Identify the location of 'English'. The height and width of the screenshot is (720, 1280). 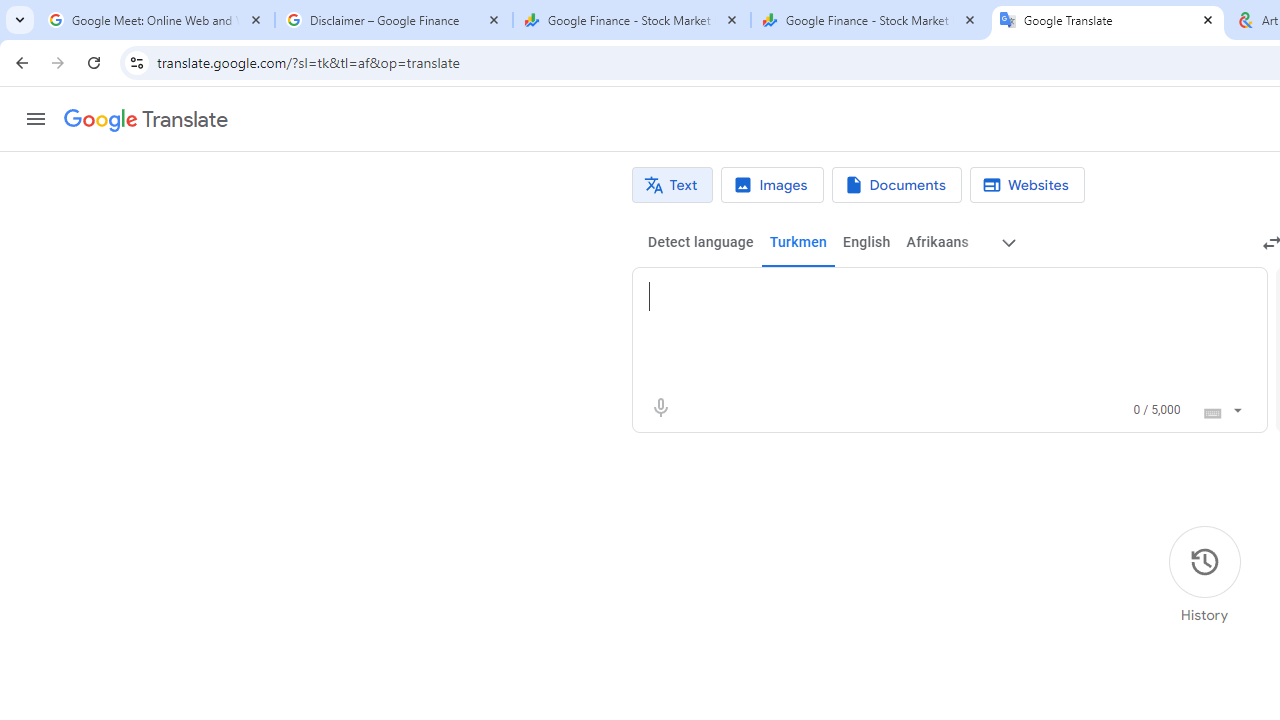
(866, 242).